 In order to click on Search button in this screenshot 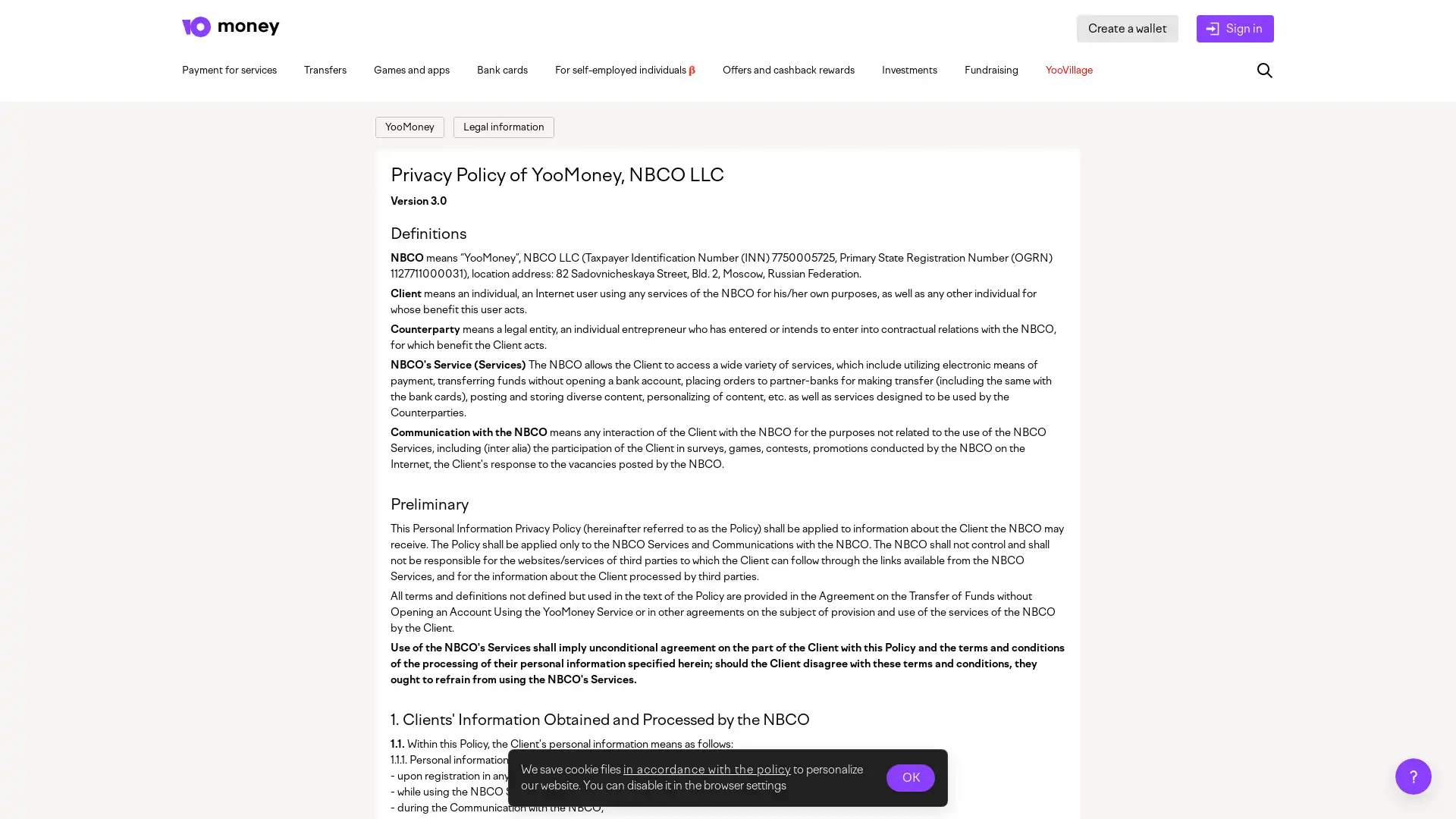, I will do `click(1265, 70)`.